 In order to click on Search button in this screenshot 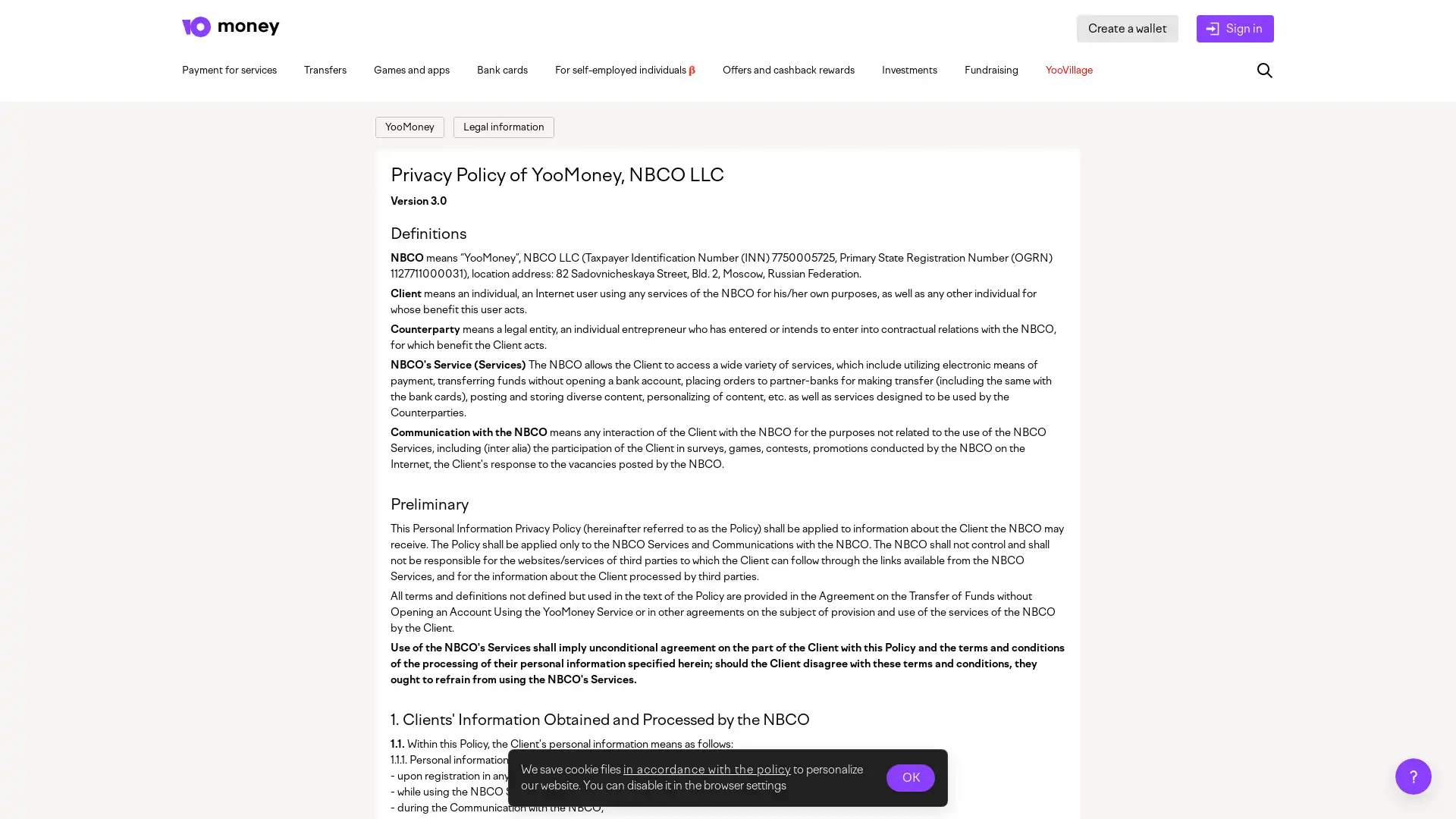, I will do `click(1265, 70)`.